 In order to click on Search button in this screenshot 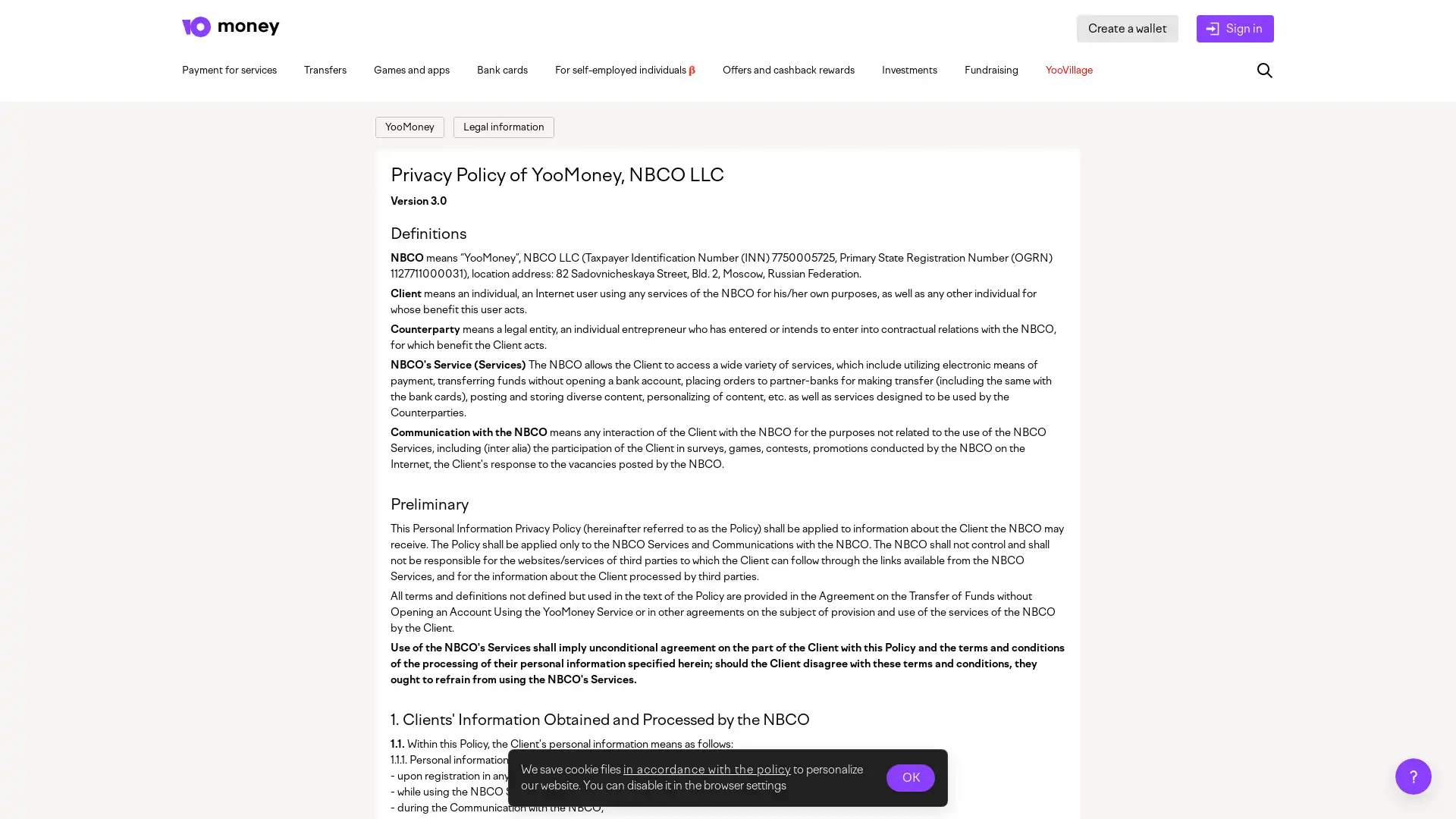, I will do `click(1265, 70)`.